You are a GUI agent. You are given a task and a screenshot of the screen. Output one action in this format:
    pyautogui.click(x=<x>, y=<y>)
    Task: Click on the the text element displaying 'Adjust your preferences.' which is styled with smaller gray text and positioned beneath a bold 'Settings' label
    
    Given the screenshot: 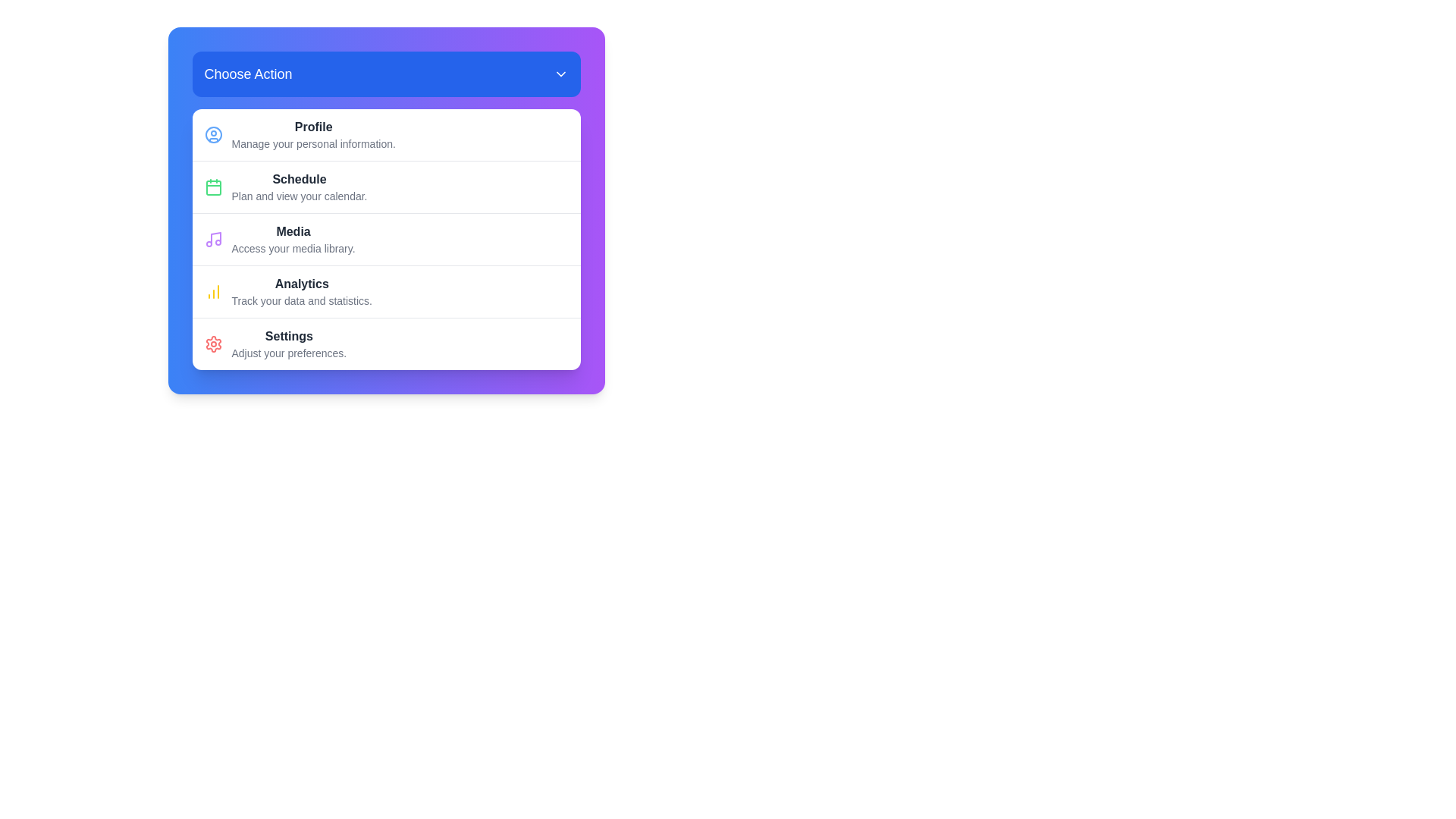 What is the action you would take?
    pyautogui.click(x=289, y=353)
    